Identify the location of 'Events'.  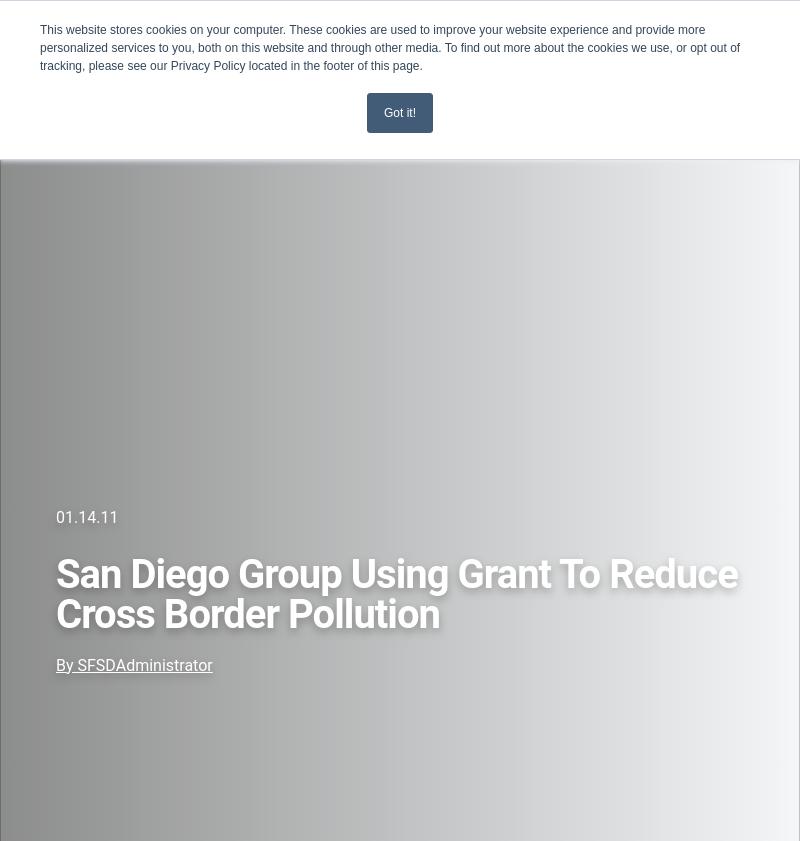
(42, 158).